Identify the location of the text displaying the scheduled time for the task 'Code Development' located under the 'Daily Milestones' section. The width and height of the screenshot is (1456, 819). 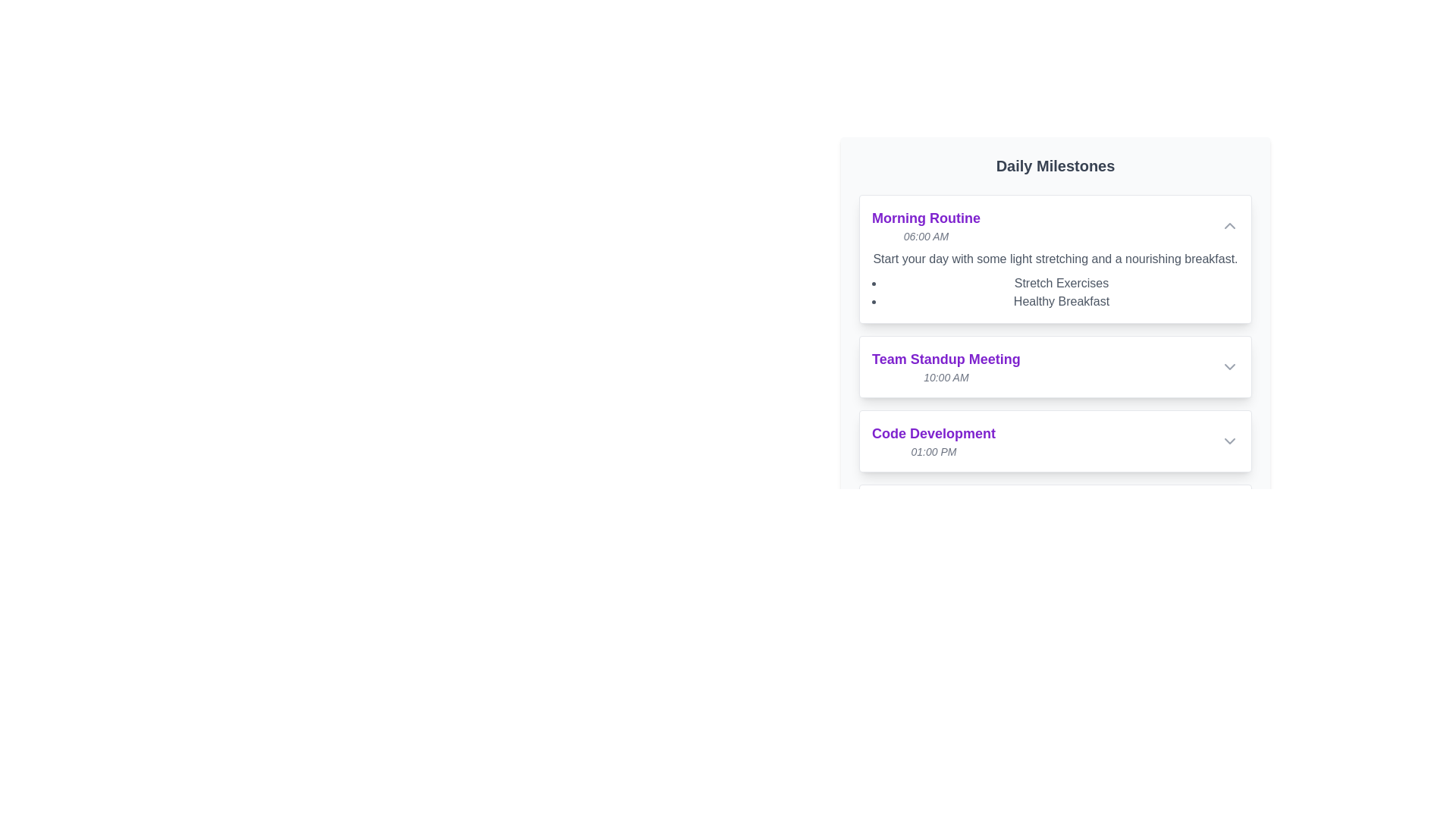
(933, 451).